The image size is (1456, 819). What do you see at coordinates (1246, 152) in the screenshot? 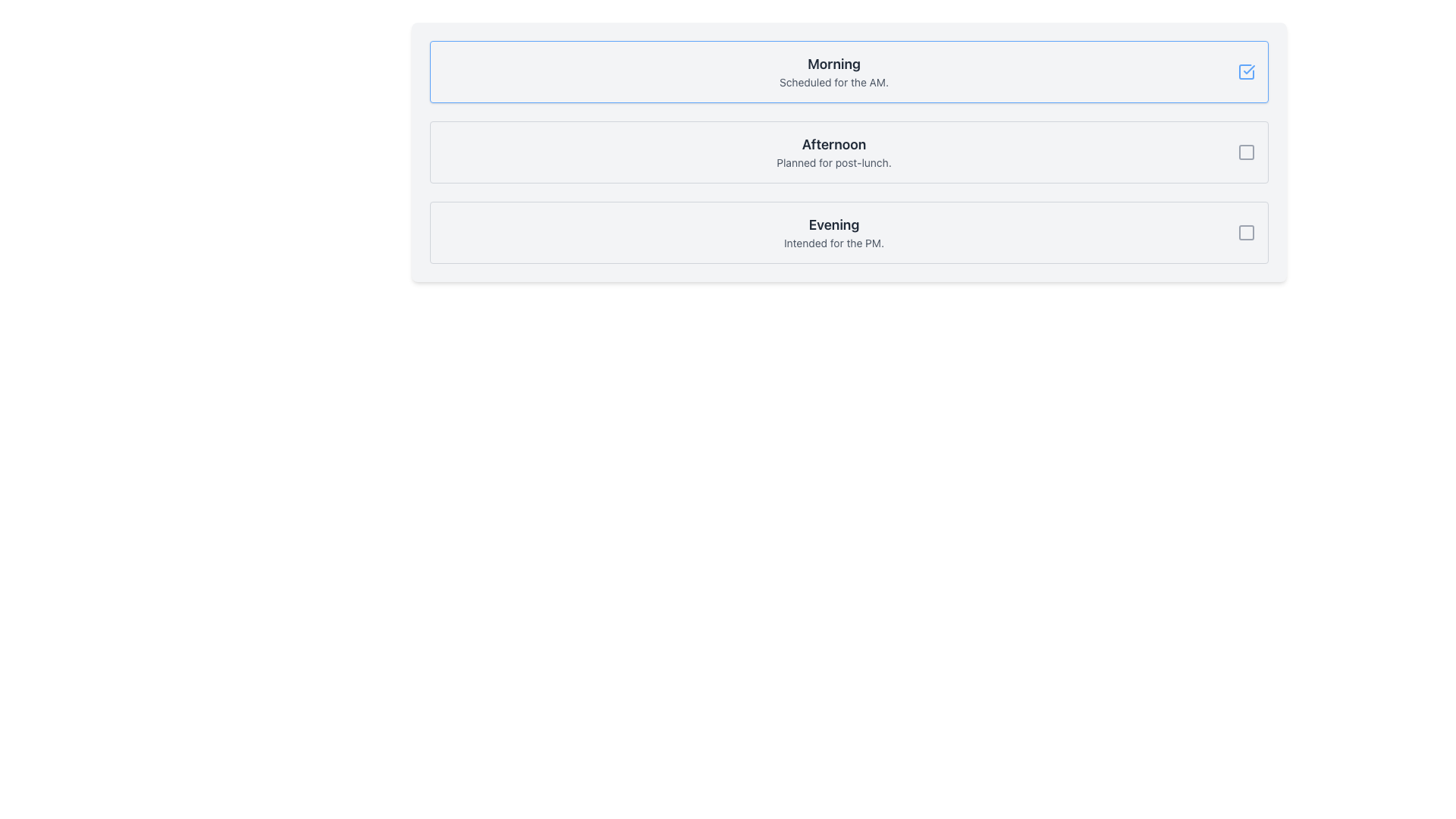
I see `the gray square icon with rounded corners located next to the 'Afternoon' label` at bounding box center [1246, 152].